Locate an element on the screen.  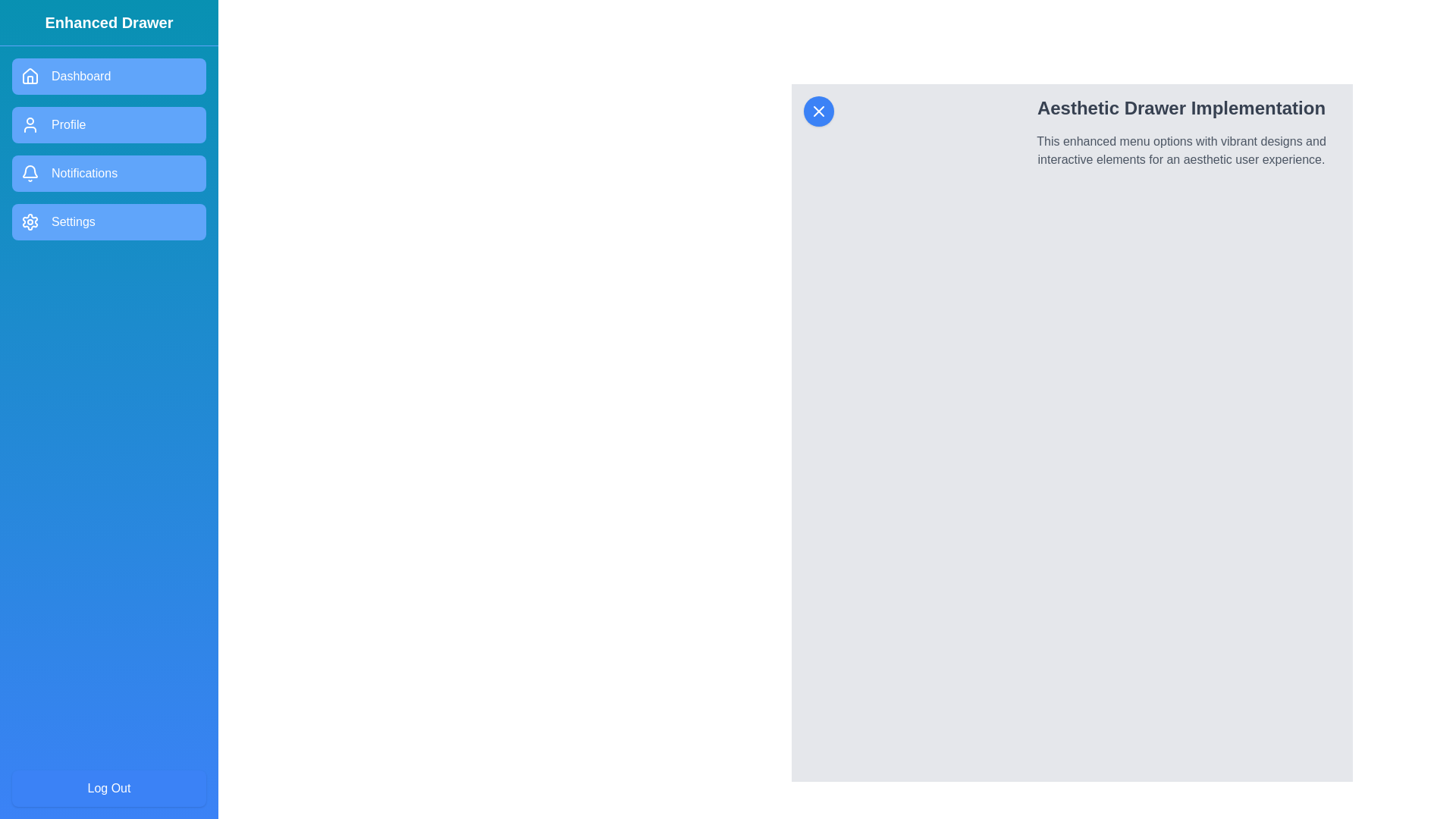
the close button positioned near the top-left corner of the main content area is located at coordinates (818, 110).